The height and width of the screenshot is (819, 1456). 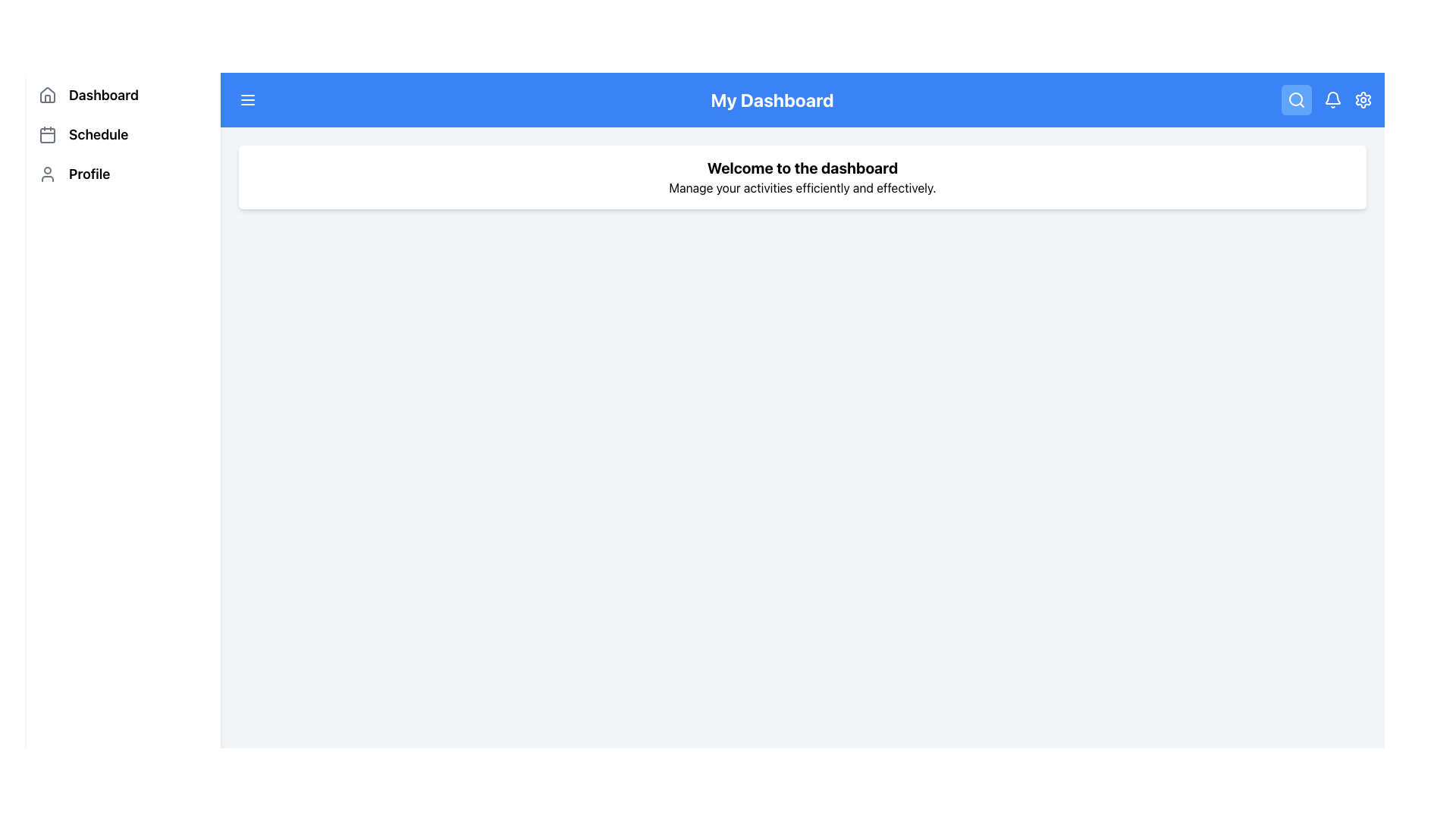 I want to click on the calendar icon, which has a square outline and a grid-like structure, located beside the text 'Schedule' in the vertical navigation bar, so click(x=47, y=133).